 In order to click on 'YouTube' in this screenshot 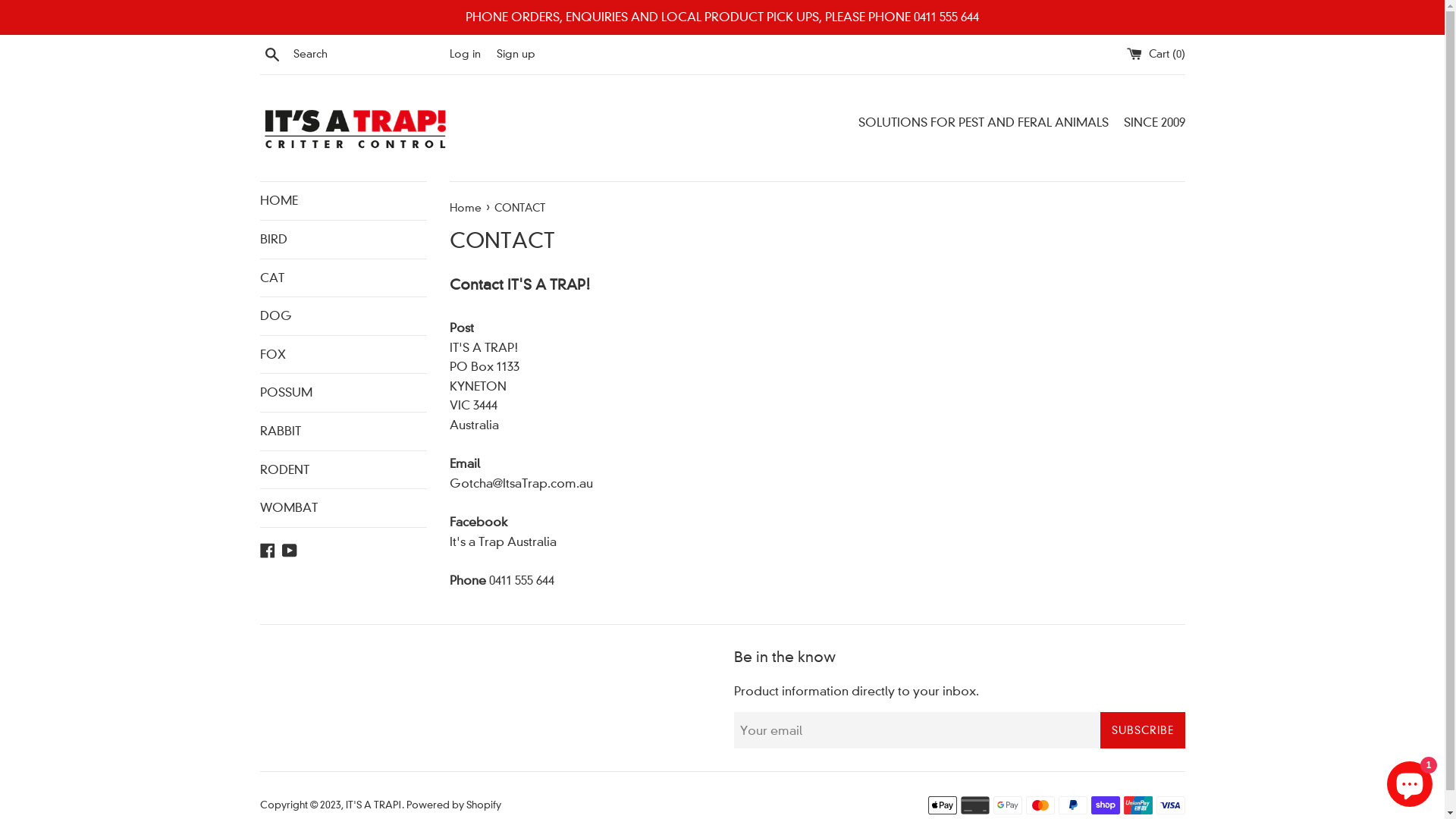, I will do `click(290, 549)`.